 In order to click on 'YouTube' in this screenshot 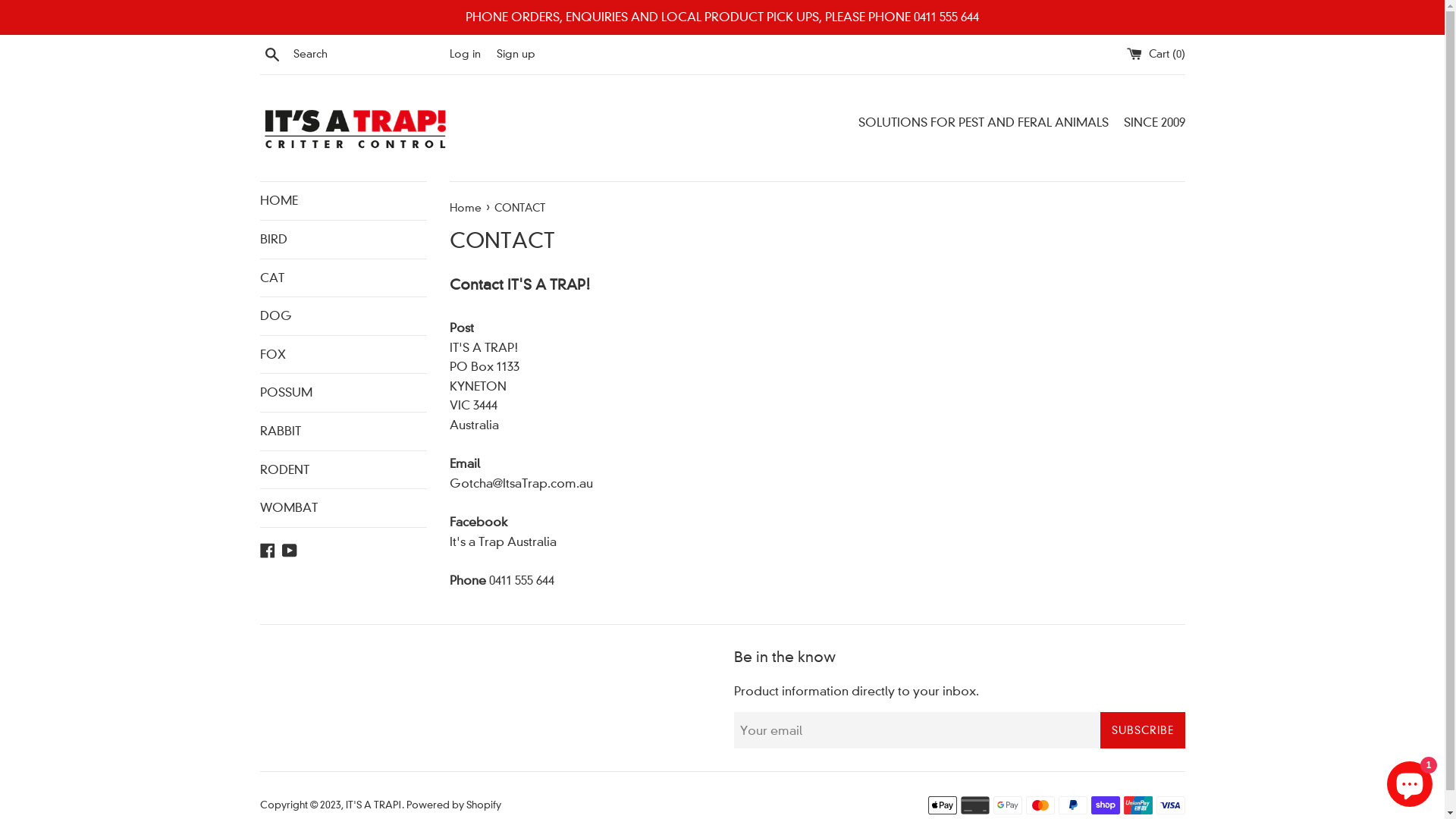, I will do `click(290, 549)`.